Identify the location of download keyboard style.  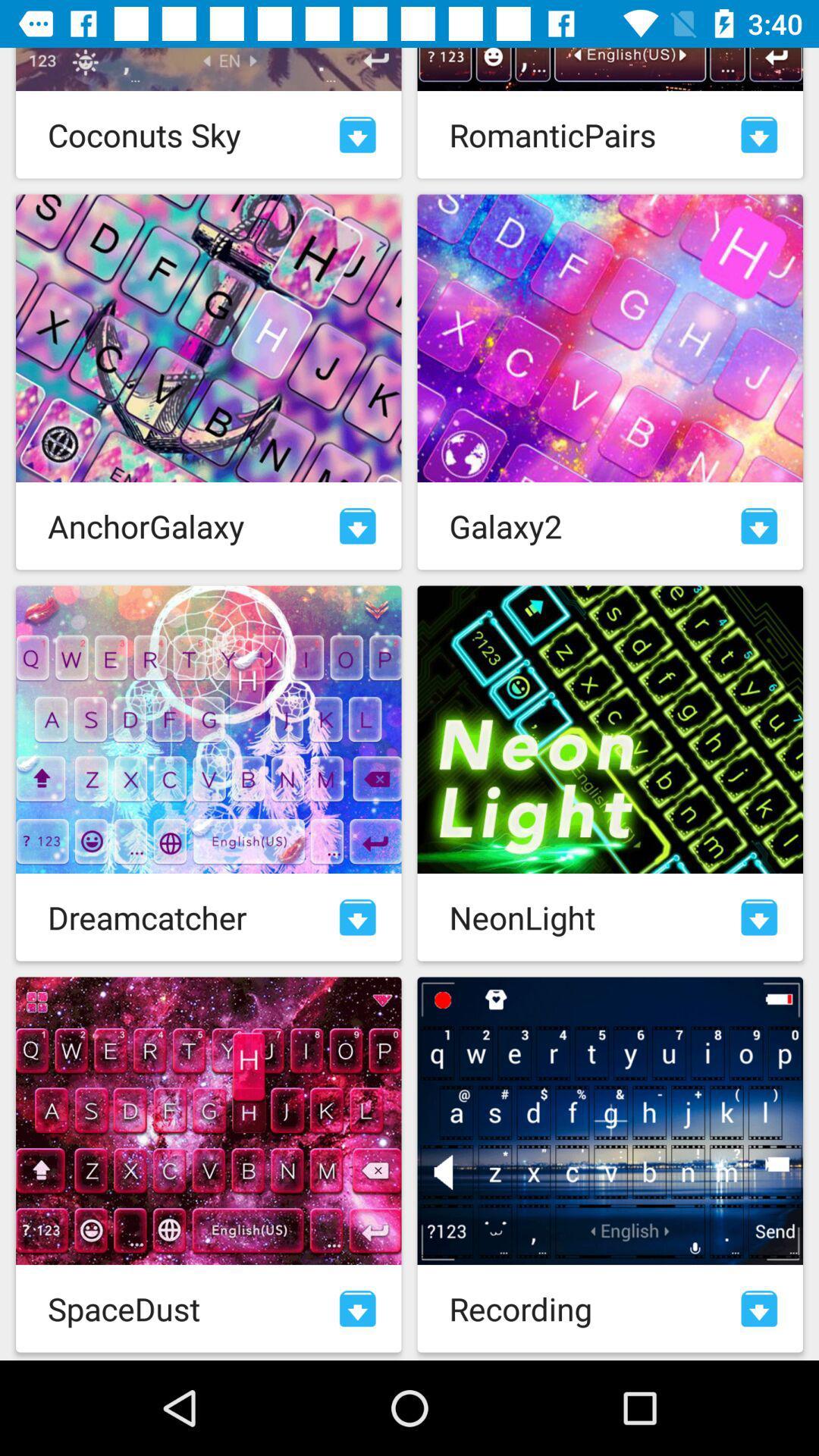
(759, 134).